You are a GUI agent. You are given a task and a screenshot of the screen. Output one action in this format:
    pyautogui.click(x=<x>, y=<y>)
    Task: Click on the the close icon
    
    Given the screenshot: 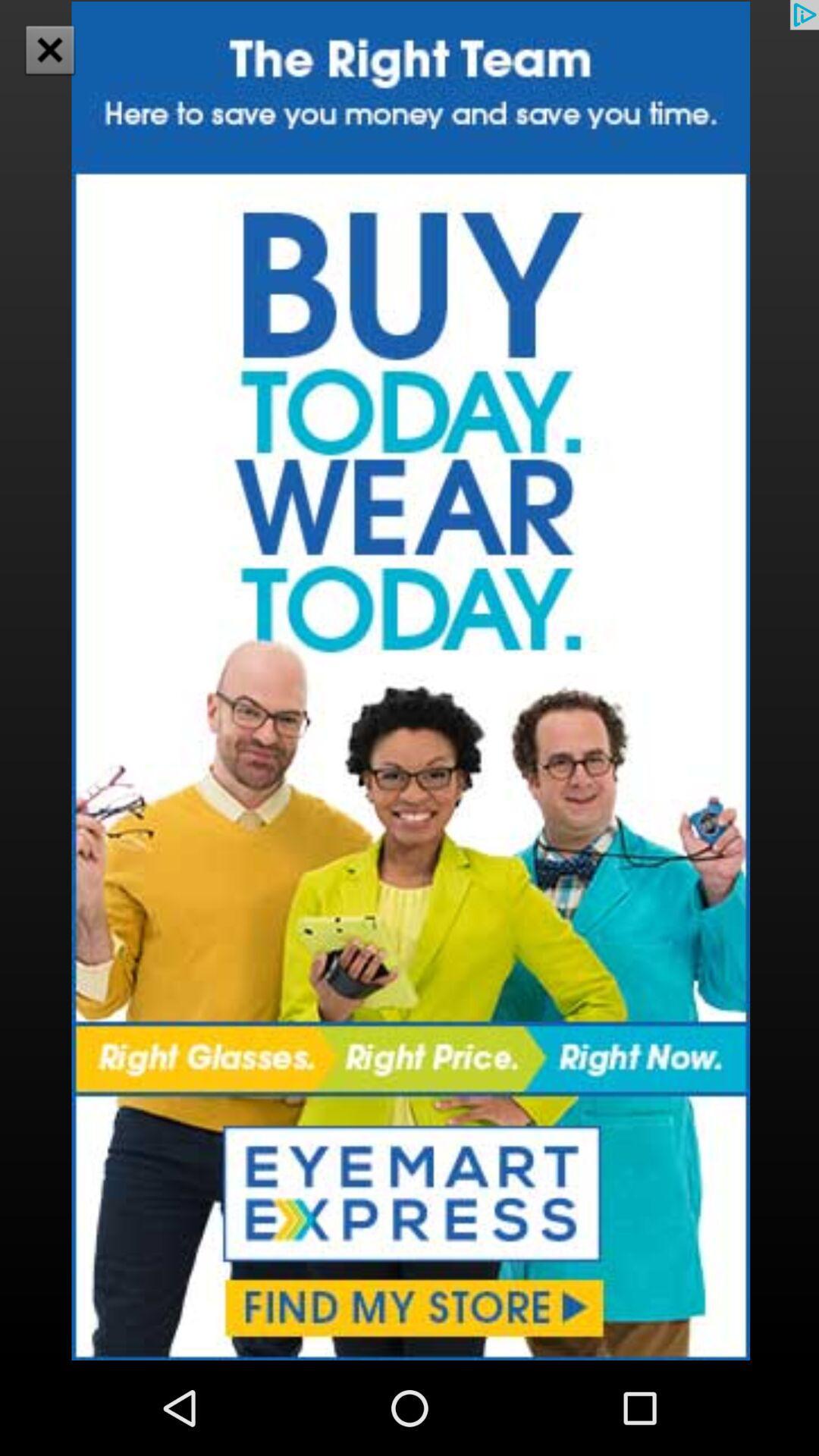 What is the action you would take?
    pyautogui.click(x=49, y=53)
    